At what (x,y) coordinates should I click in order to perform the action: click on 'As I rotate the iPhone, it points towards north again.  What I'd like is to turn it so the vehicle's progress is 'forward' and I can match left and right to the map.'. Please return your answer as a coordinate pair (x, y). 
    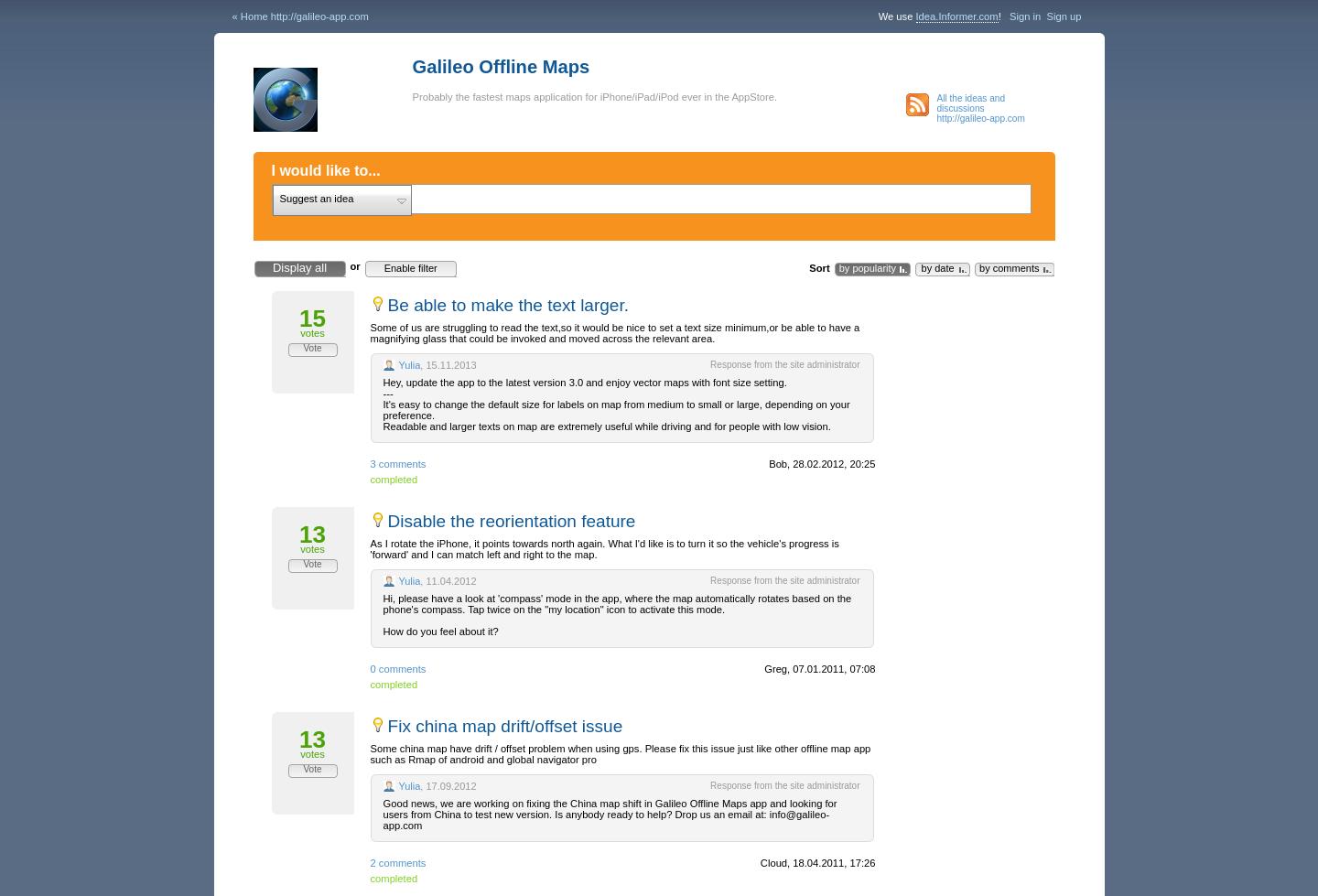
    Looking at the image, I should click on (602, 548).